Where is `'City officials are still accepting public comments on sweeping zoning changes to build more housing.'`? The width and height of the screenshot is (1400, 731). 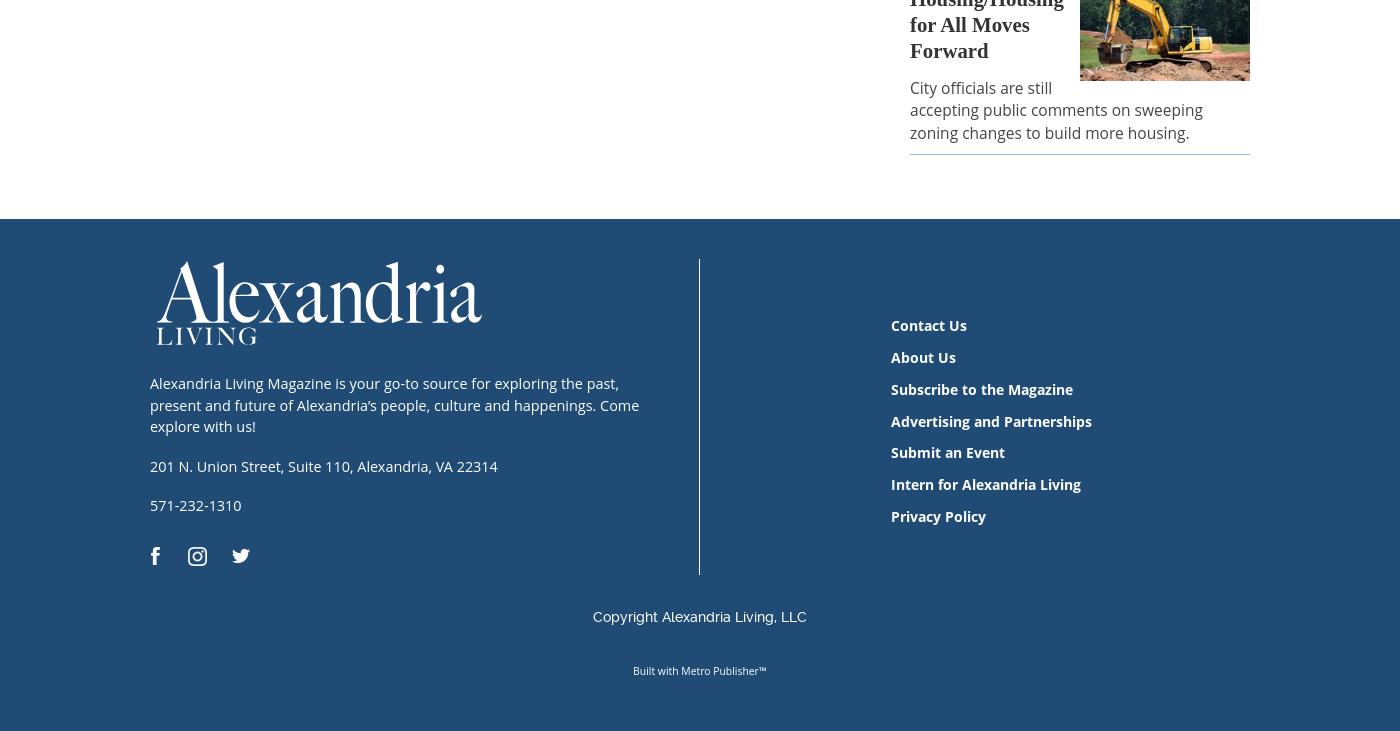 'City officials are still accepting public comments on sweeping zoning changes to build more housing.' is located at coordinates (910, 109).